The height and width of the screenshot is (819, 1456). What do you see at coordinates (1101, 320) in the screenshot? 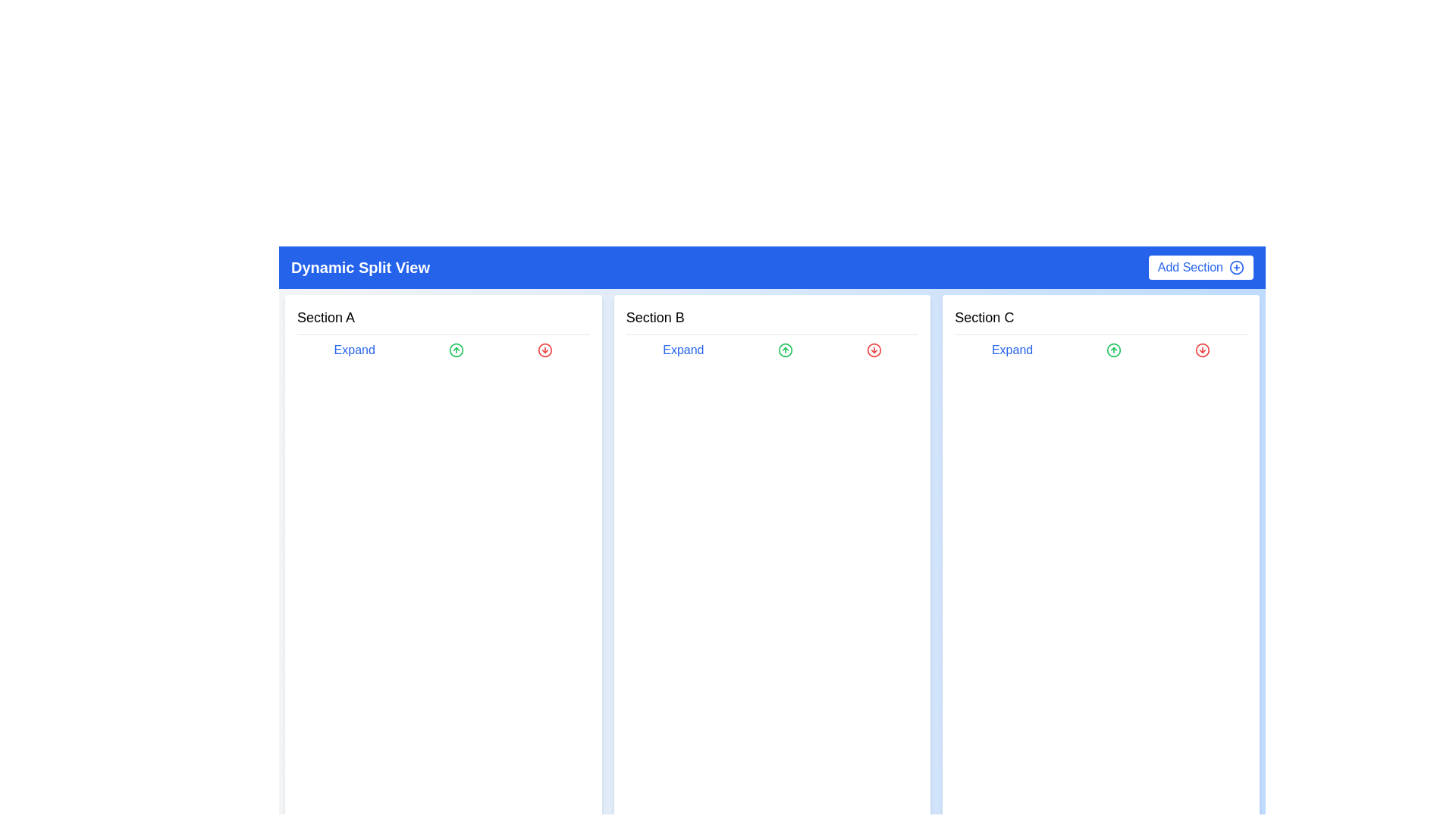
I see `the text label reading 'Section C'` at bounding box center [1101, 320].